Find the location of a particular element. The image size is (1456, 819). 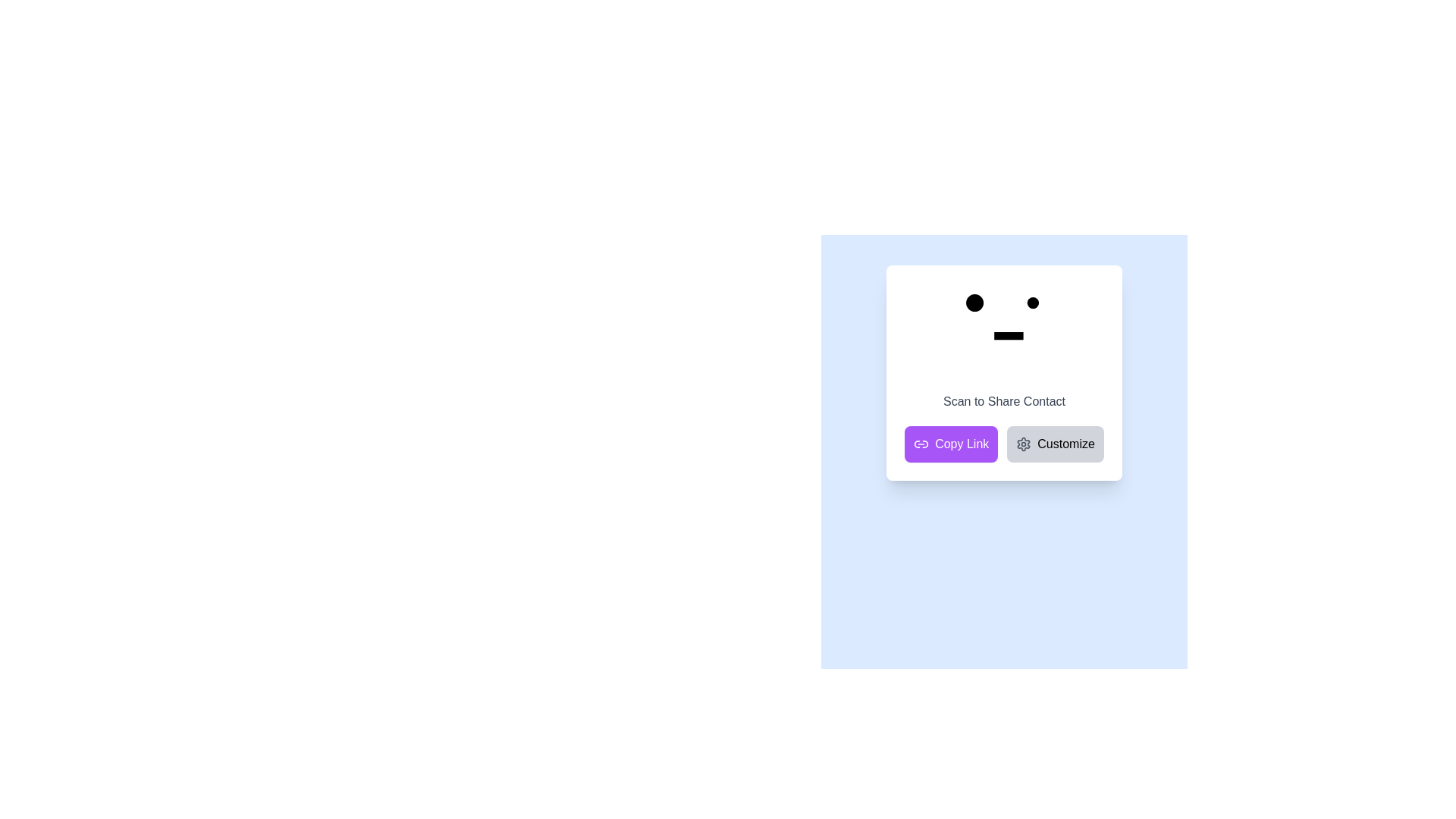

static text element located on the right side of a gray rounded button, which likely allows for customization of settings or options is located at coordinates (1065, 444).